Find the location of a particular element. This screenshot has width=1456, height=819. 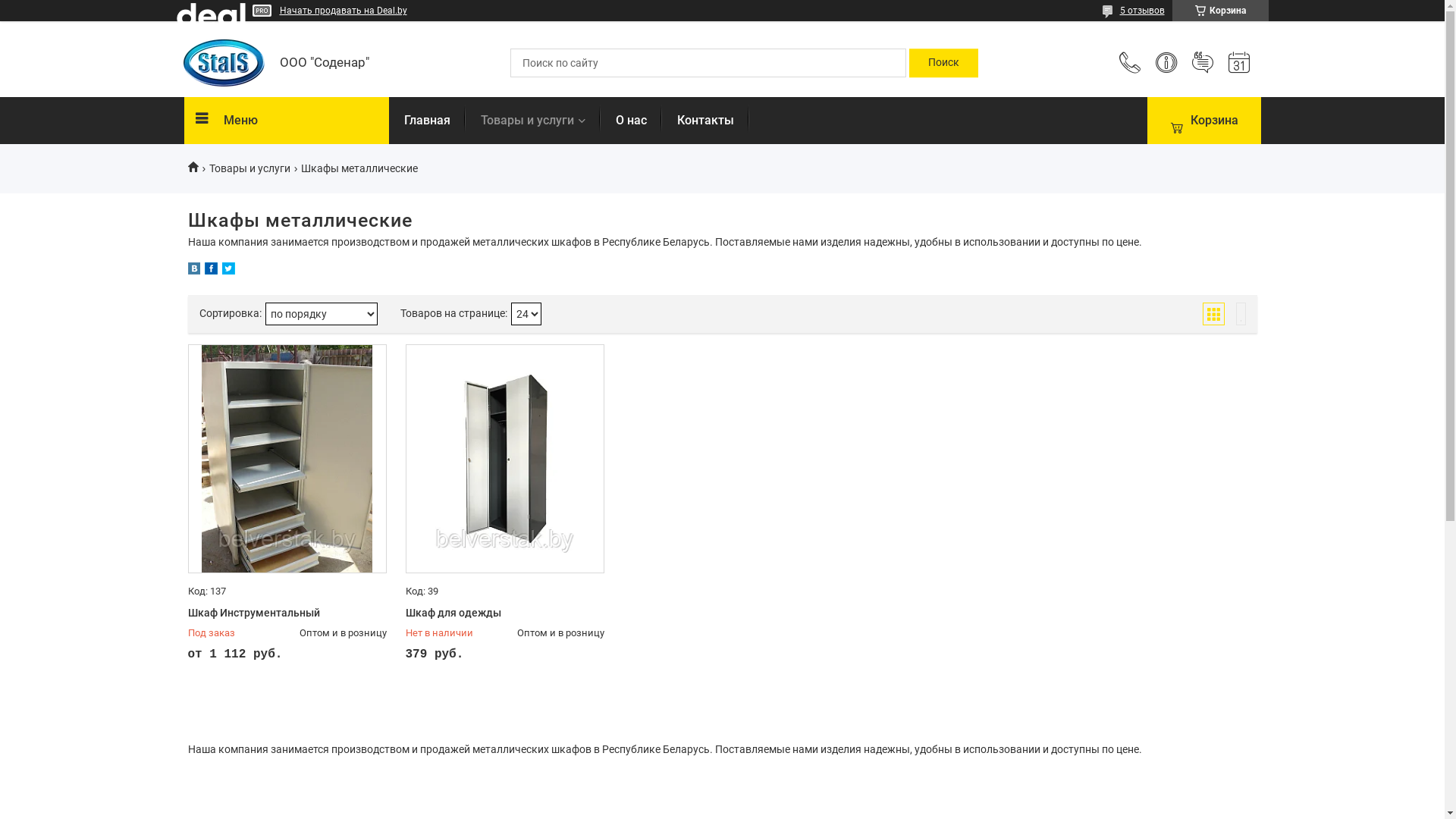

'facebook' is located at coordinates (210, 270).